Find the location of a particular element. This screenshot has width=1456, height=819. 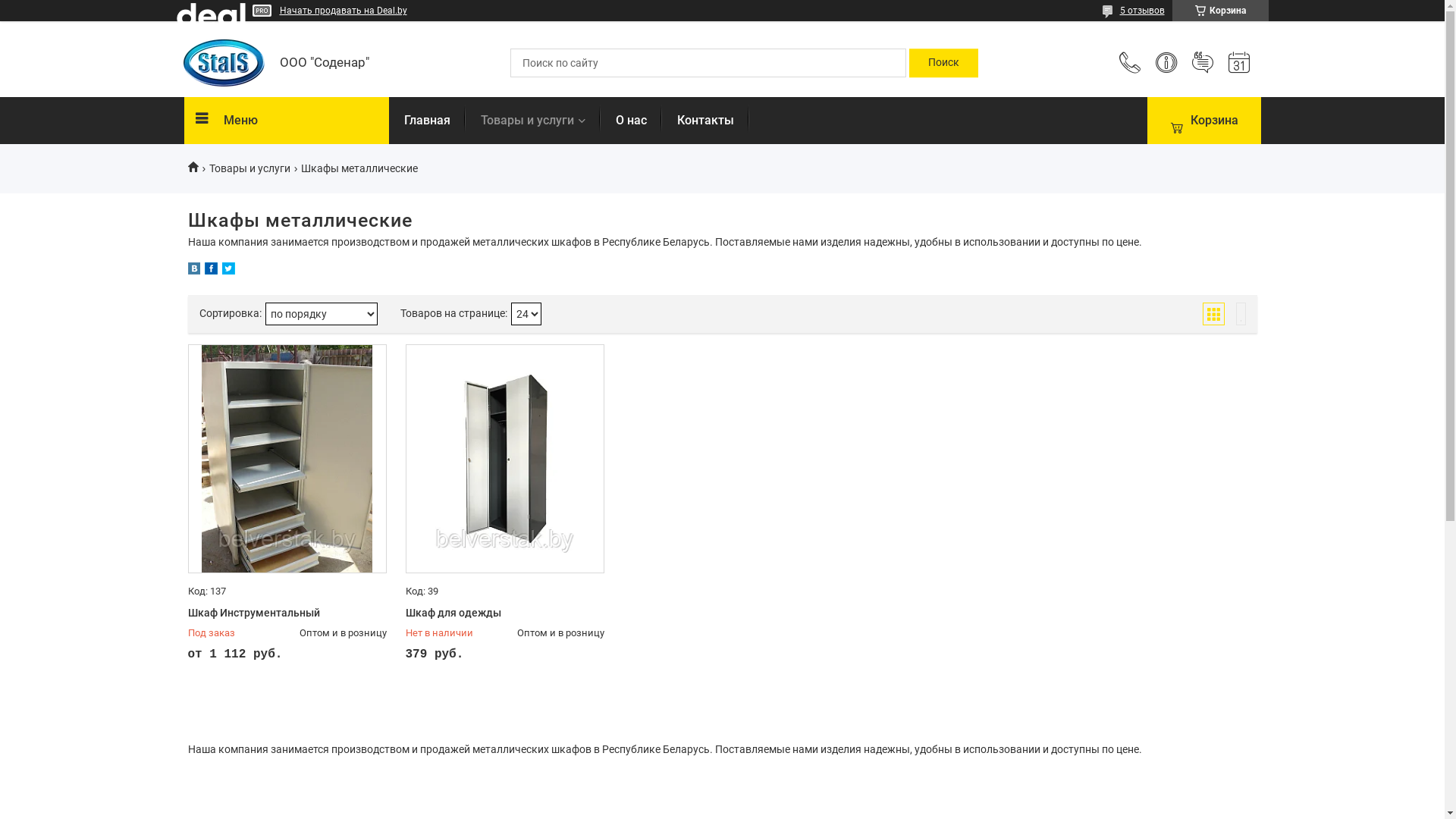

'facebook' is located at coordinates (210, 270).